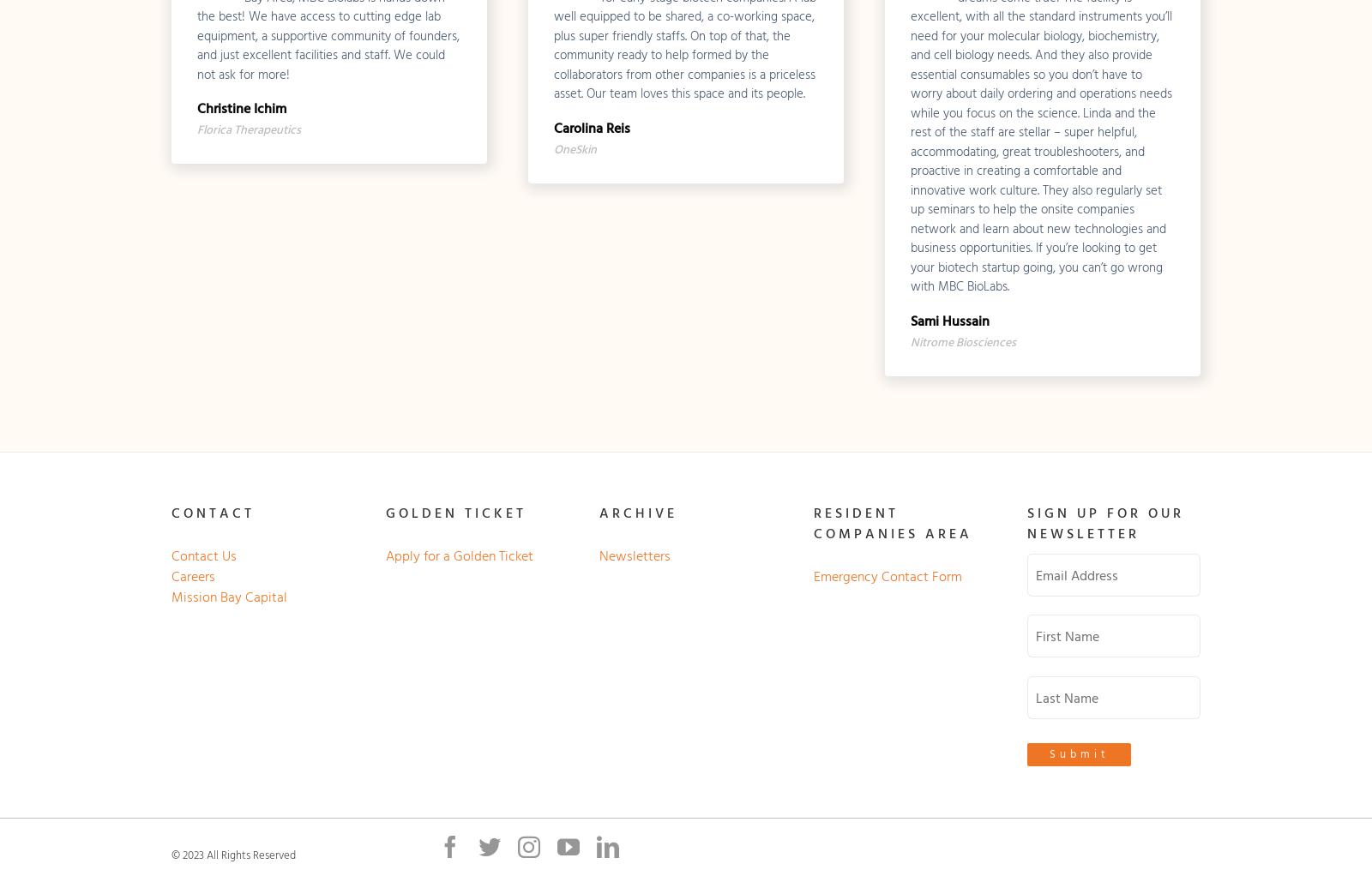  What do you see at coordinates (887, 576) in the screenshot?
I see `'Emergency Contact Form'` at bounding box center [887, 576].